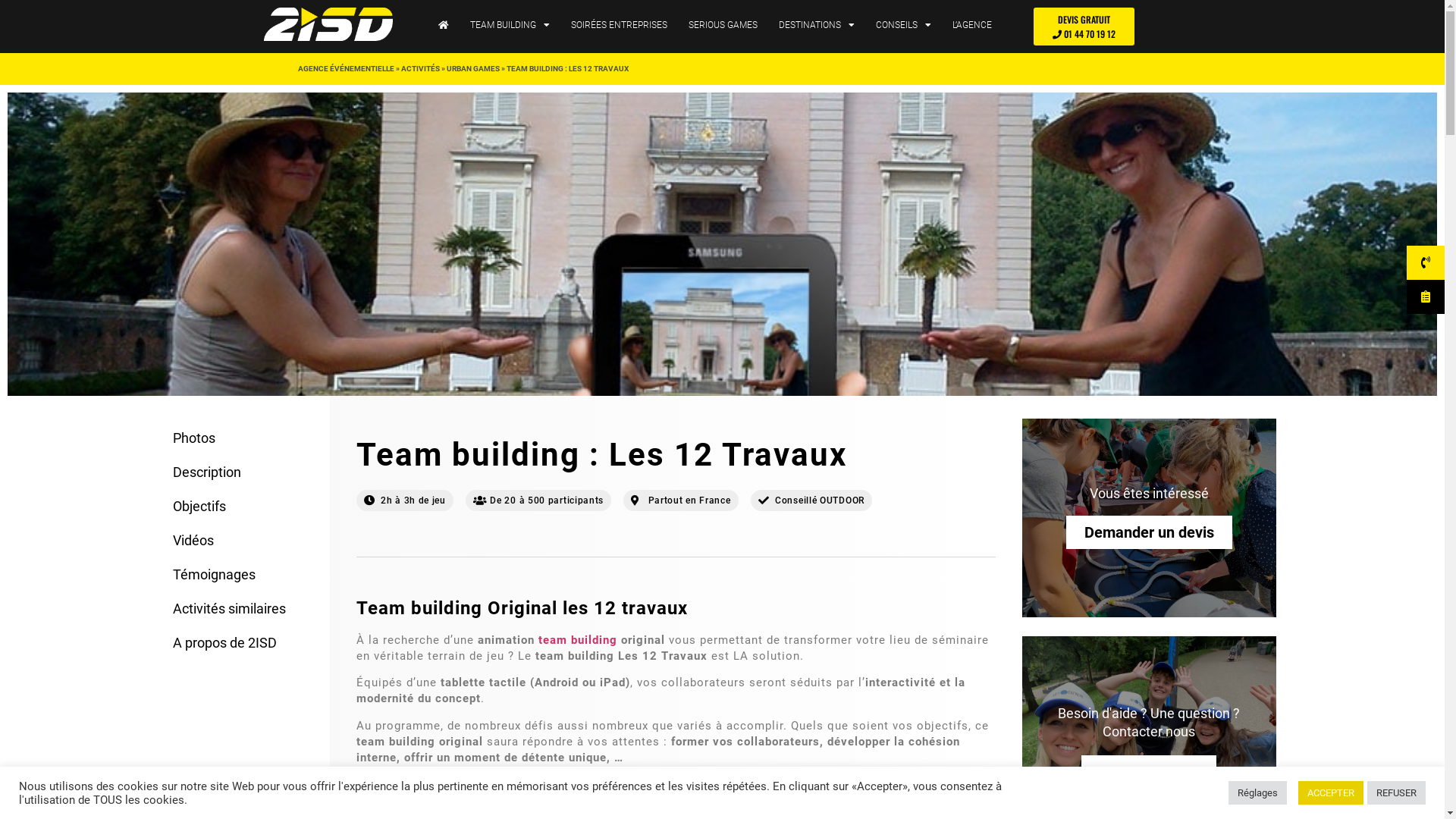 This screenshot has width=1456, height=819. Describe the element at coordinates (244, 438) in the screenshot. I see `'Photos'` at that location.